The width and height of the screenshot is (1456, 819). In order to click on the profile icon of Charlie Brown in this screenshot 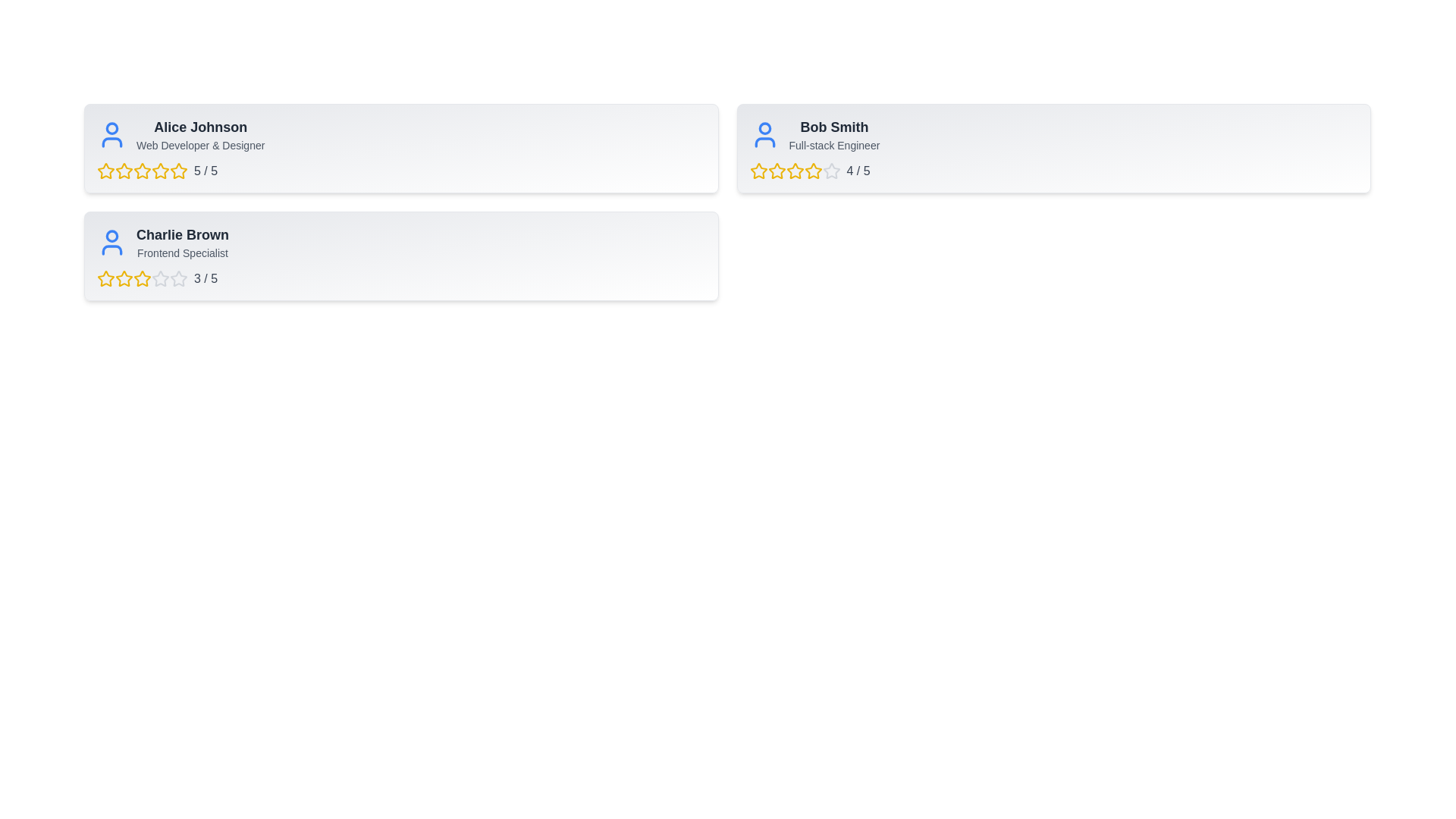, I will do `click(111, 242)`.